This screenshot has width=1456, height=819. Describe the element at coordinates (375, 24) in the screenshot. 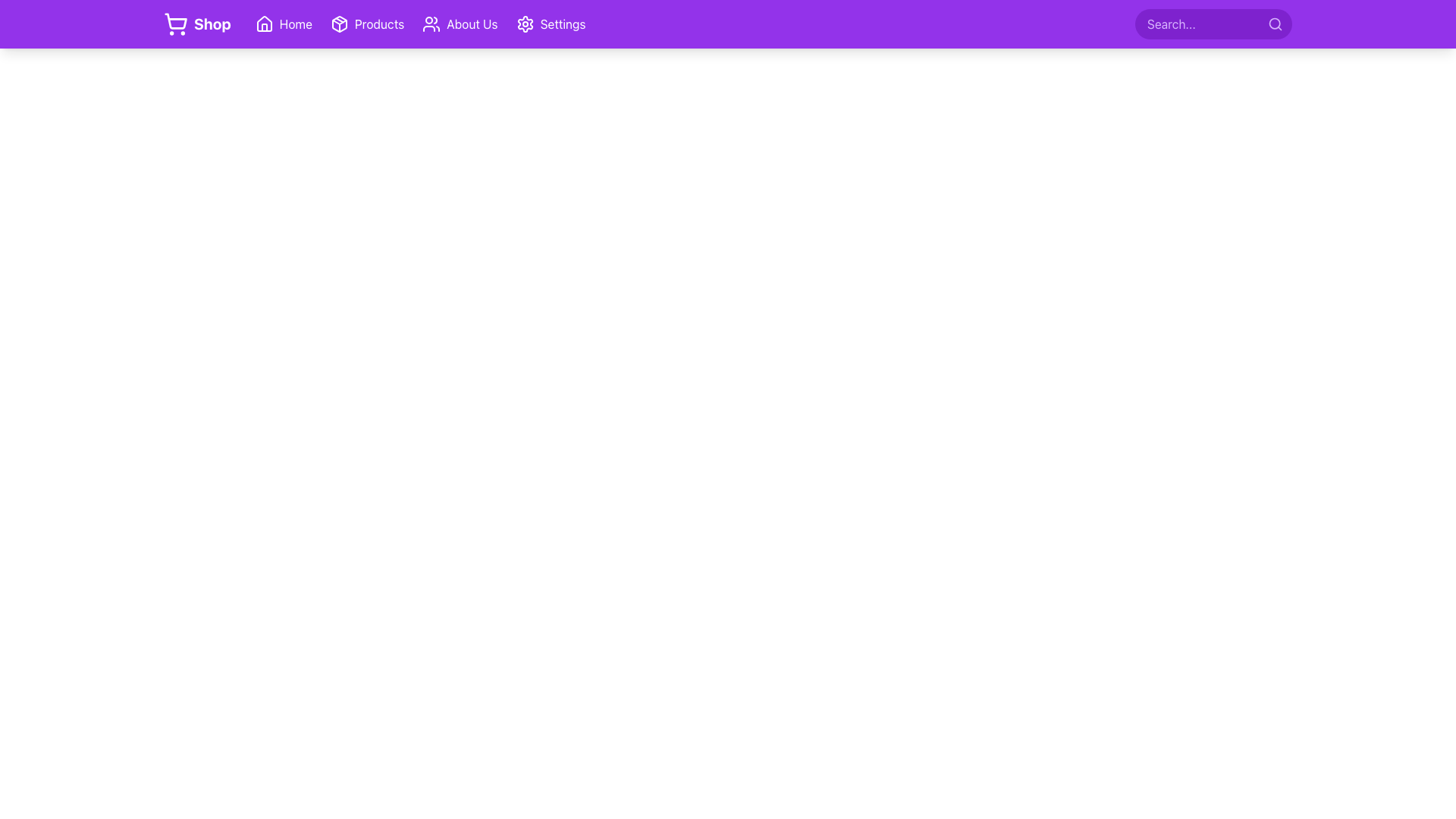

I see `the 'Products' navigation link` at that location.